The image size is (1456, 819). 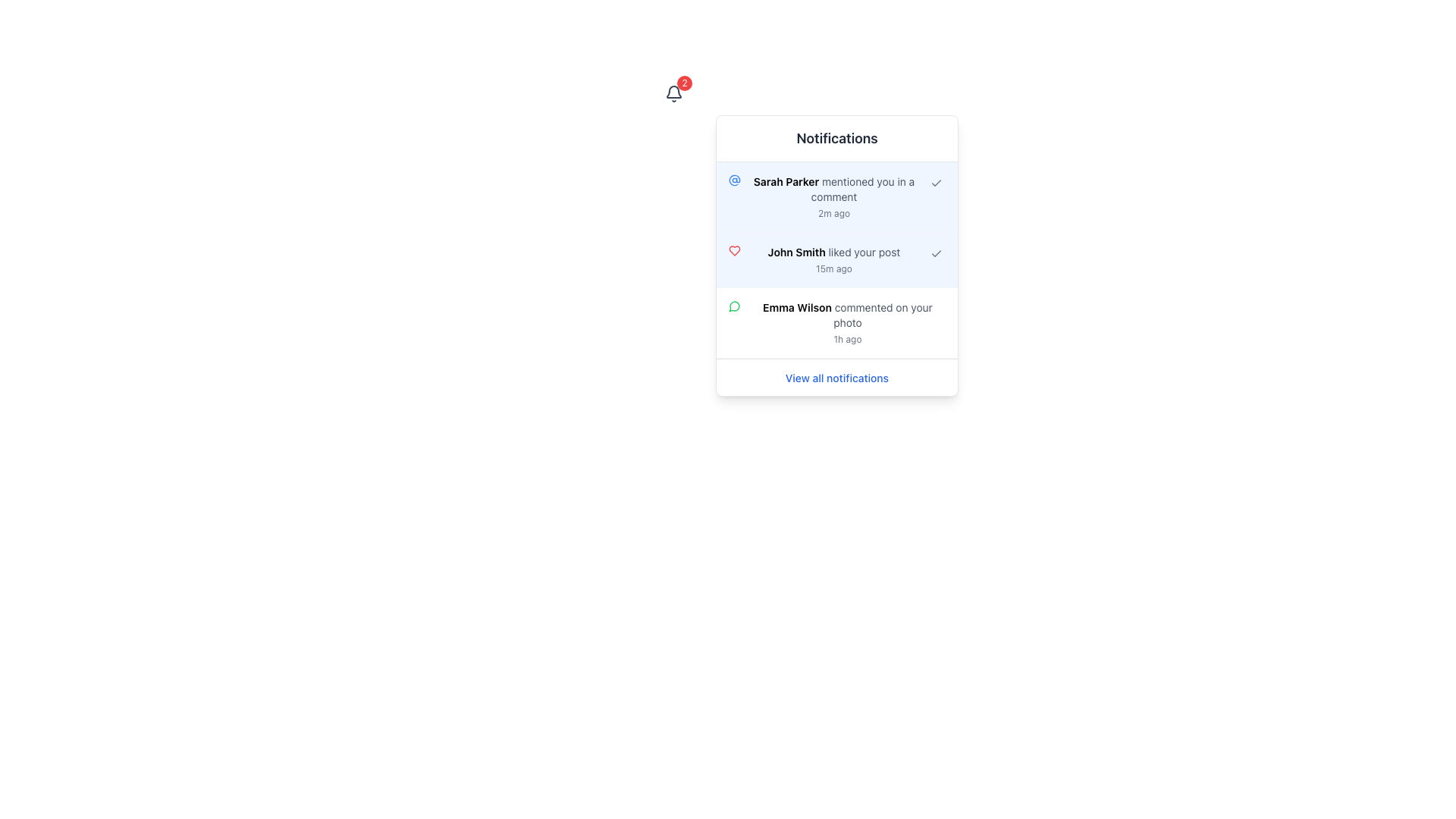 What do you see at coordinates (836, 259) in the screenshot?
I see `the second notification card in the notifications feed that informs the user that 'John Smith' liked their post 15 minutes ago` at bounding box center [836, 259].